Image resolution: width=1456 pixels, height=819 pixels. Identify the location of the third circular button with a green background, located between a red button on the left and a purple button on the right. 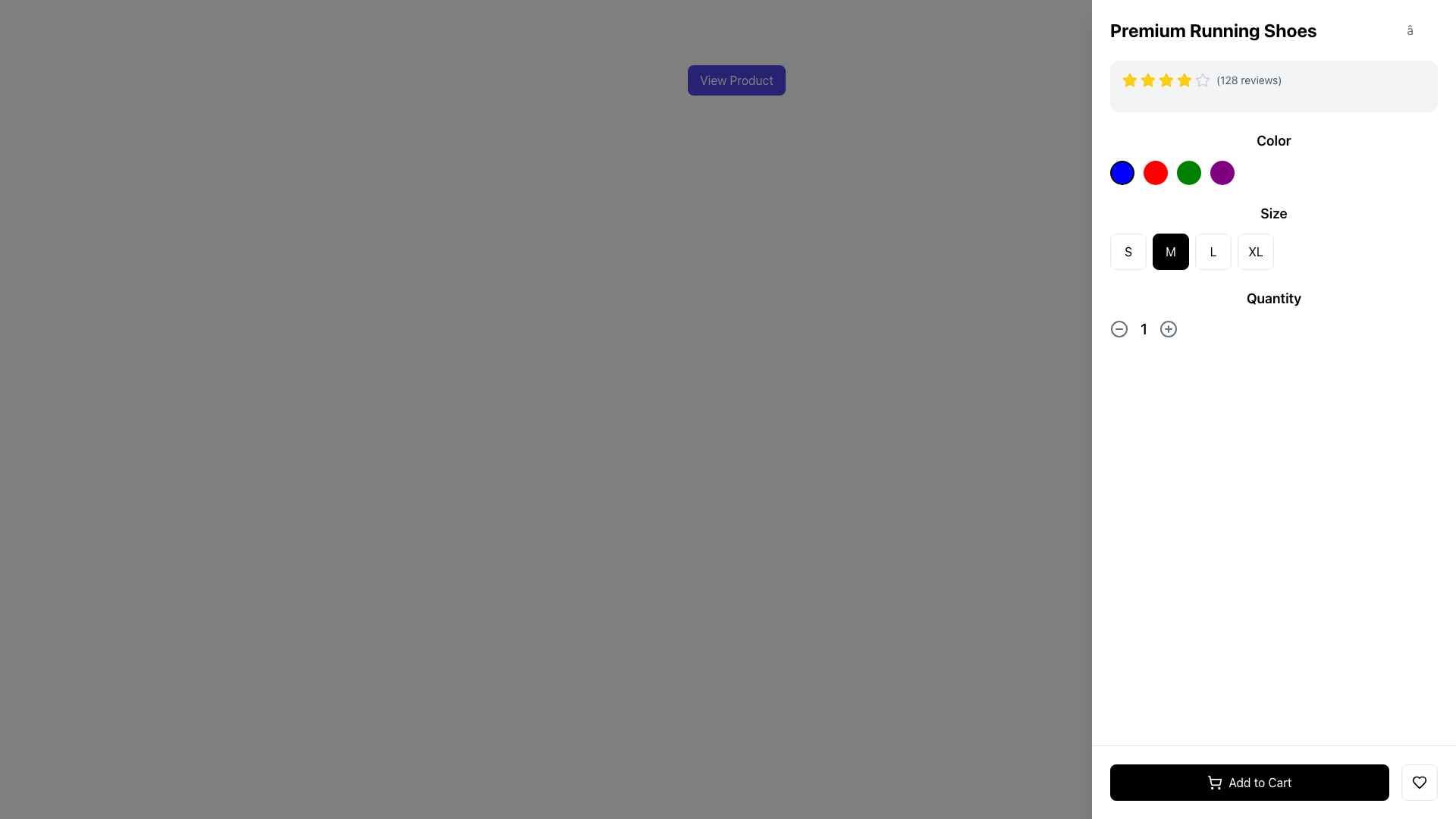
(1188, 171).